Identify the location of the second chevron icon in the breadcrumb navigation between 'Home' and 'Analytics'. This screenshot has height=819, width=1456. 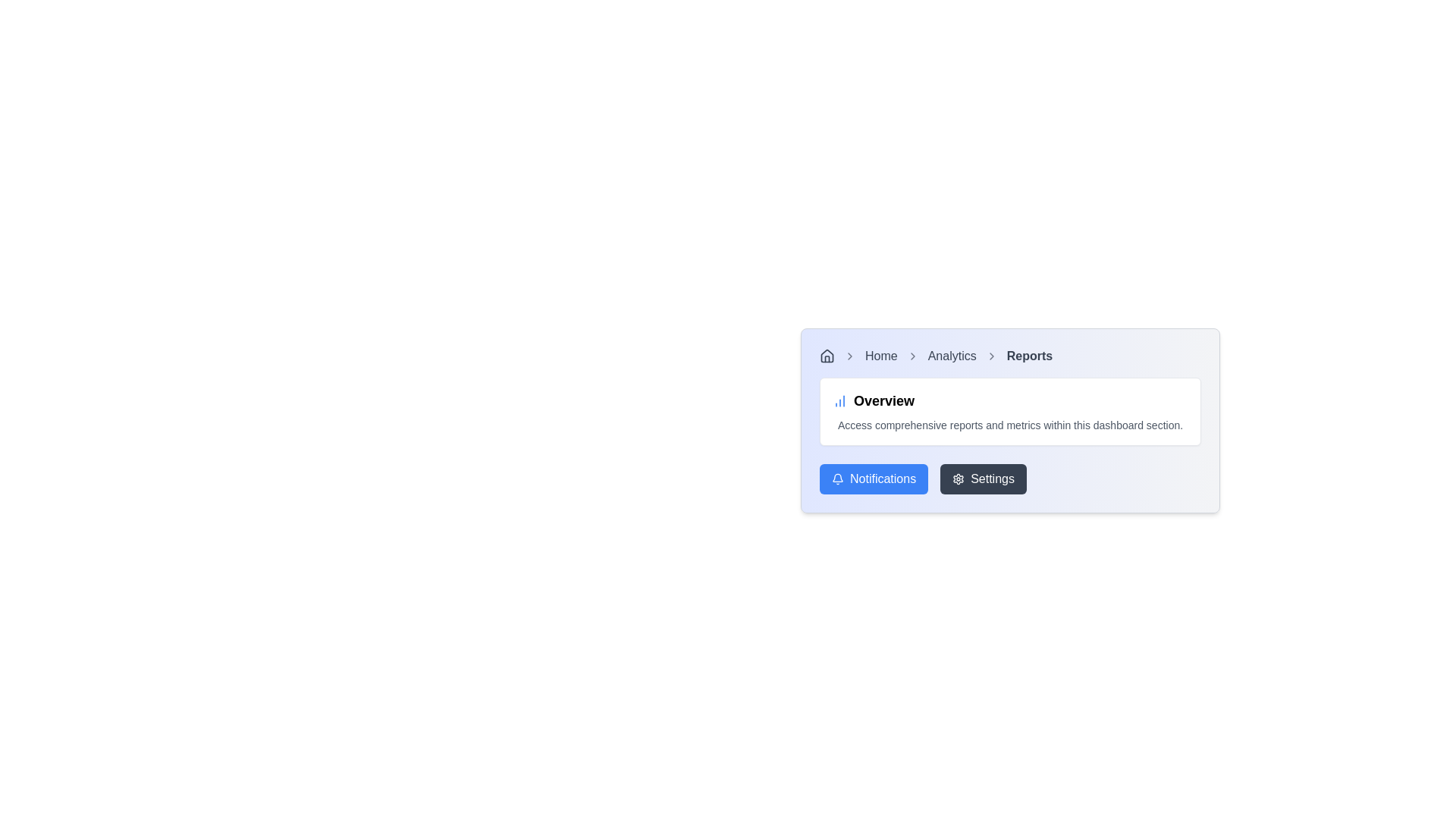
(912, 356).